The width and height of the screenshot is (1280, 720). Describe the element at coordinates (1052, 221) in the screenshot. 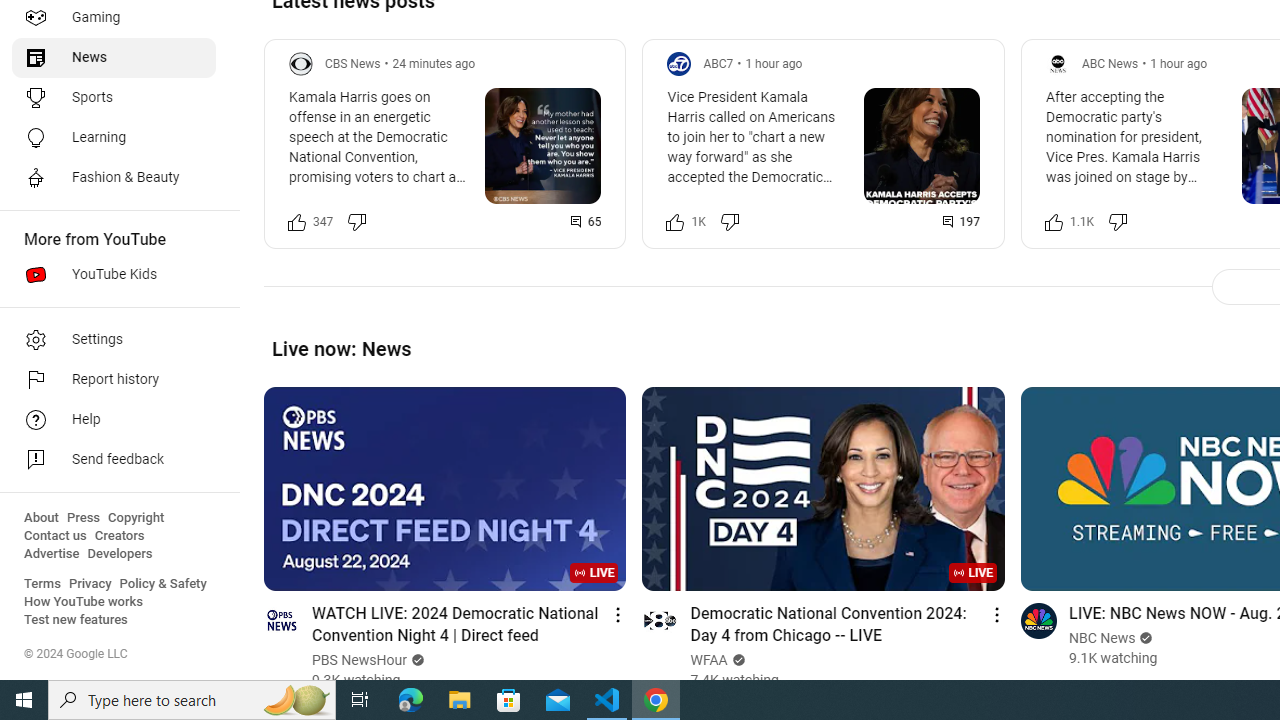

I see `'Like this post along with 1,140 other people'` at that location.